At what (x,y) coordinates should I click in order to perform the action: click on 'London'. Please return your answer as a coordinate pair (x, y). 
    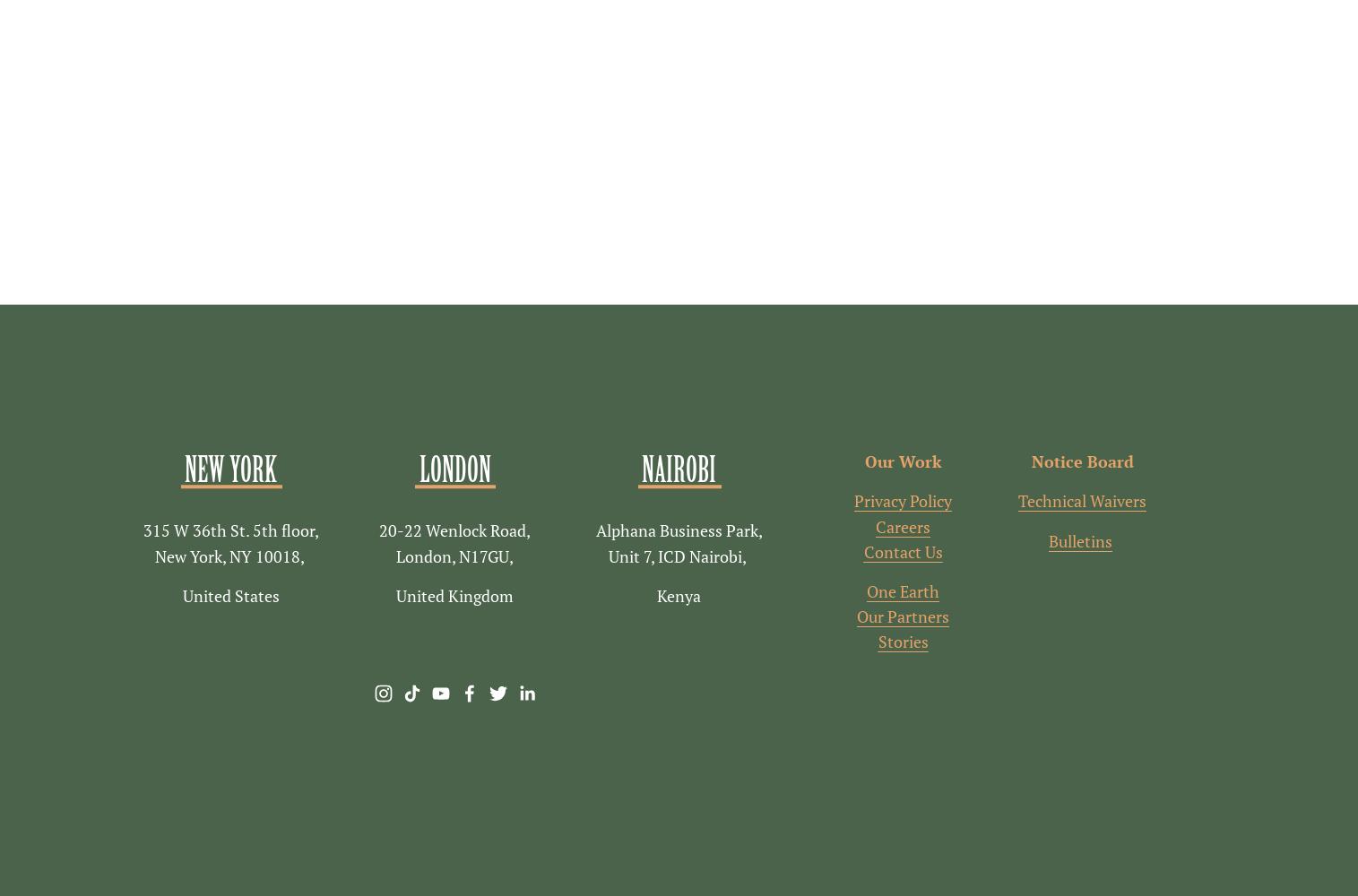
    Looking at the image, I should click on (419, 470).